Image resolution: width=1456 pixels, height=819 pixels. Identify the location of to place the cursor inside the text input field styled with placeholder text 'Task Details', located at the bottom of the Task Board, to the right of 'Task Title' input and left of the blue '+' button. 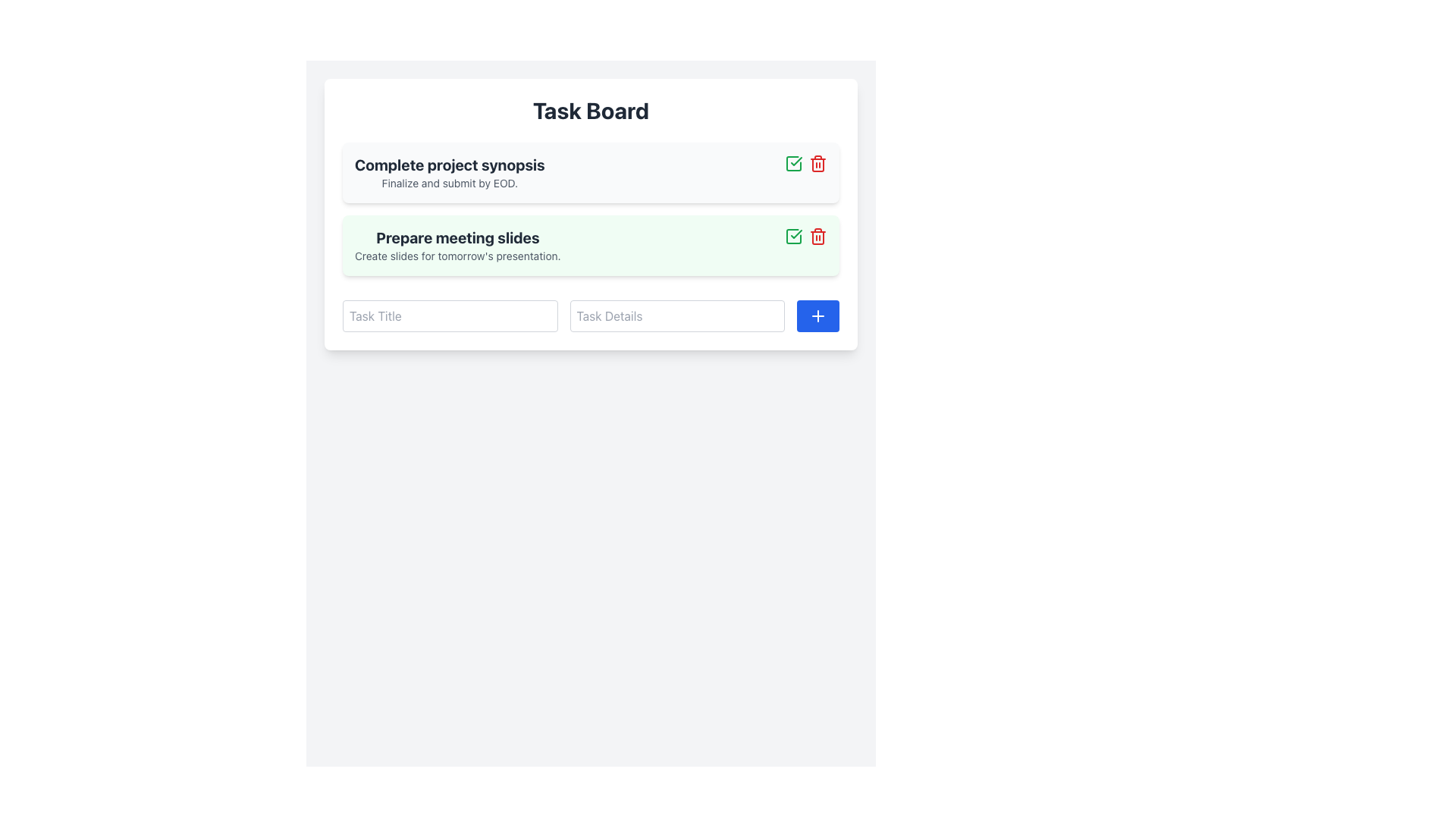
(590, 315).